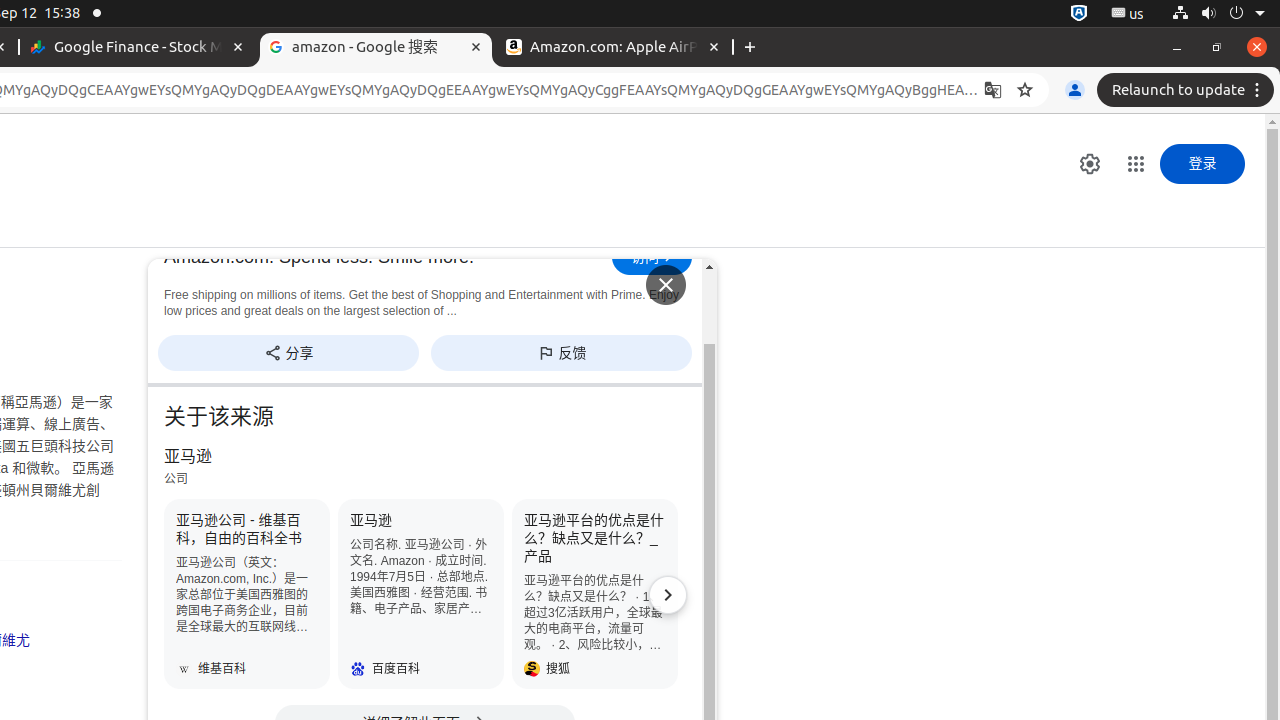  I want to click on '登录', so click(1201, 163).